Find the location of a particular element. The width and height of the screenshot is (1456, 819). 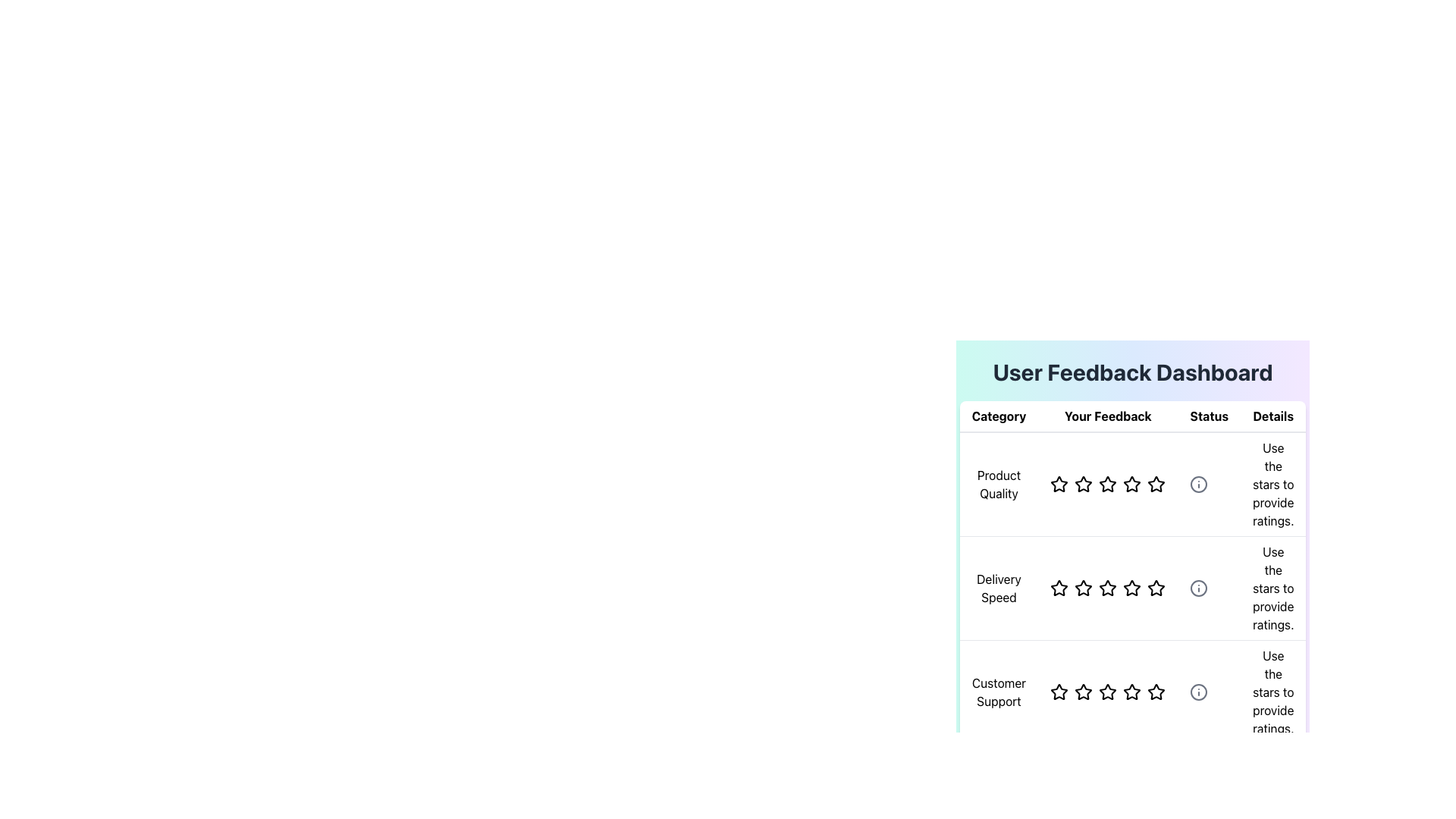

the fourth hollow star icon in the 'Customer Support' rating category to rate it is located at coordinates (1131, 691).